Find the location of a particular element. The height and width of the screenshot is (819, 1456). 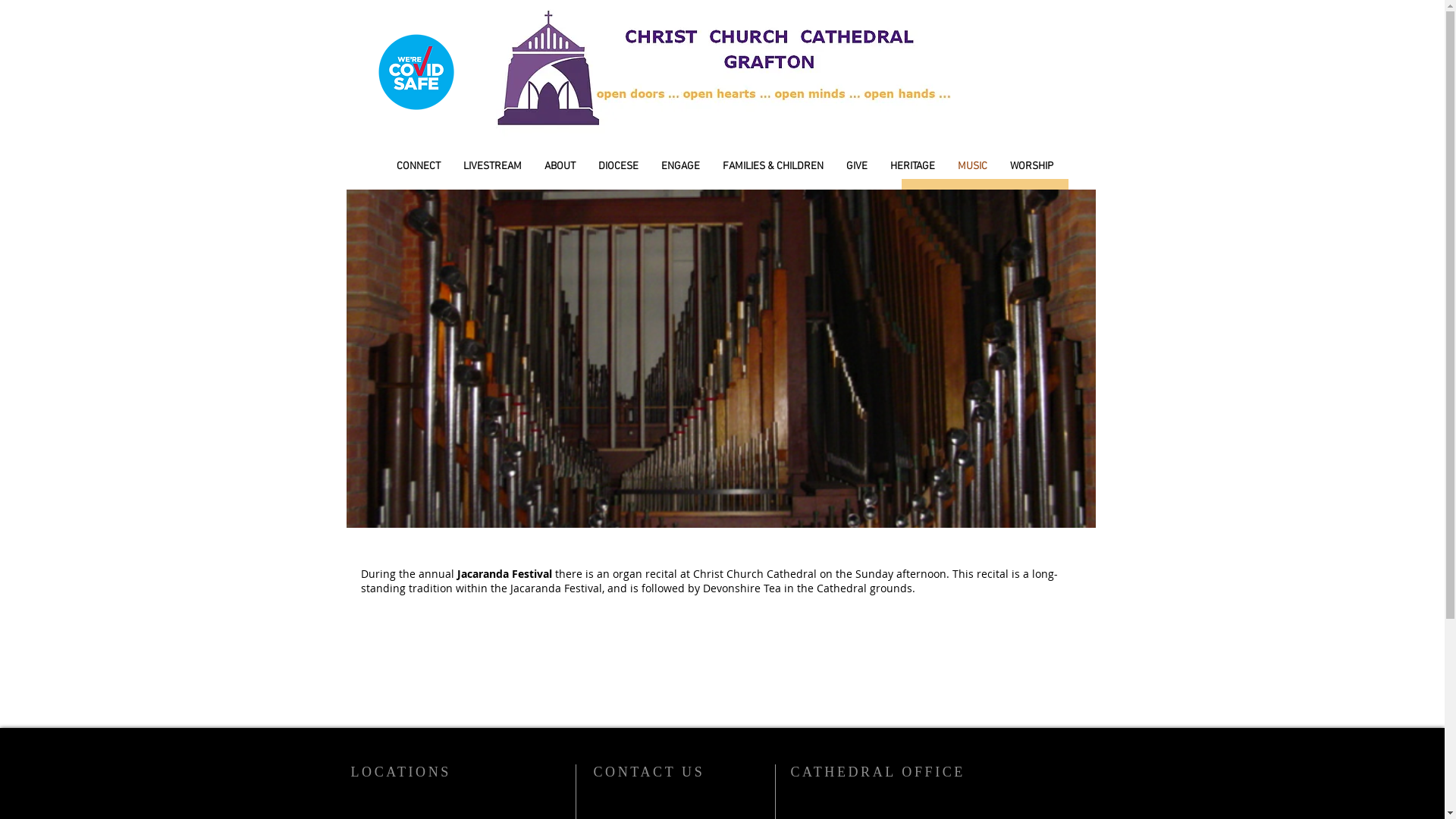

'HERITAGE' is located at coordinates (912, 166).